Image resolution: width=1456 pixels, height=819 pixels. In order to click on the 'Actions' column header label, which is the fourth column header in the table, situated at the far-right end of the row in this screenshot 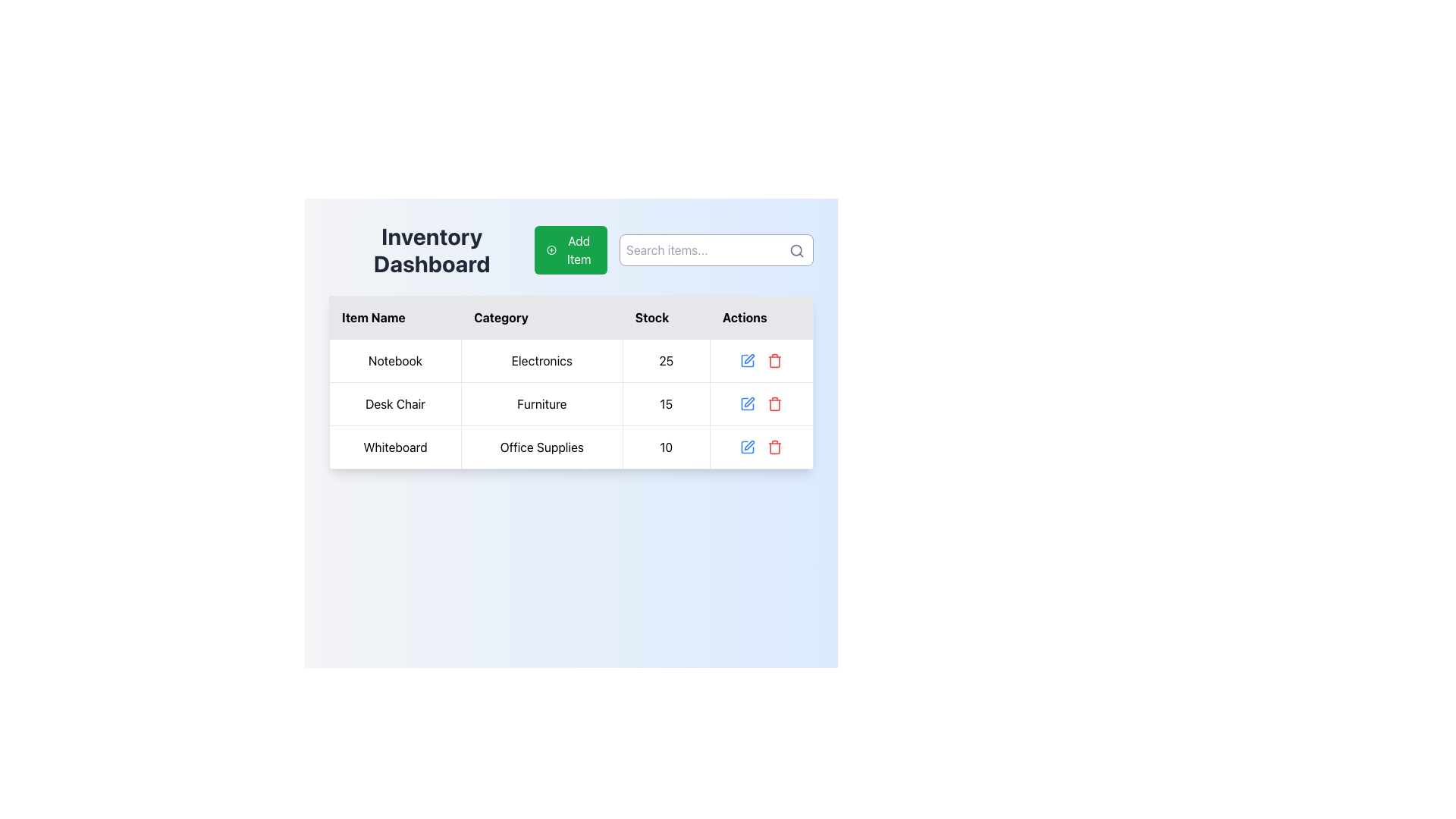, I will do `click(761, 317)`.